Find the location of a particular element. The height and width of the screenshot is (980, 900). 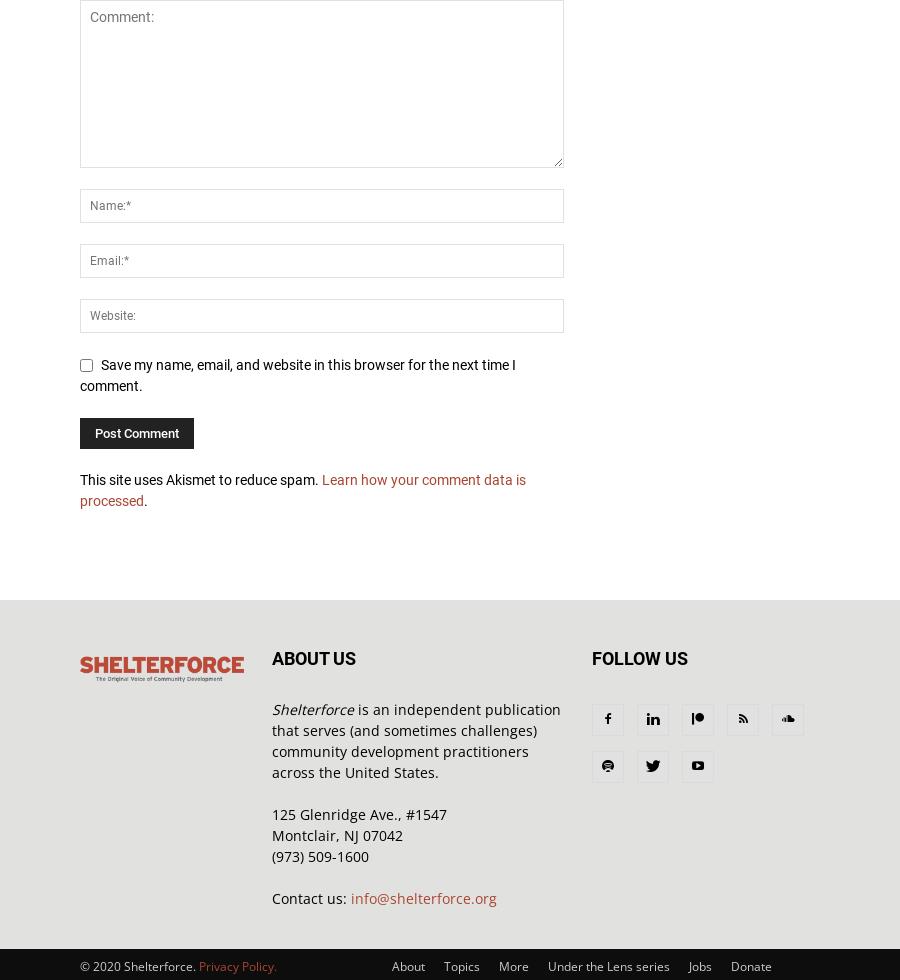

'.' is located at coordinates (145, 500).